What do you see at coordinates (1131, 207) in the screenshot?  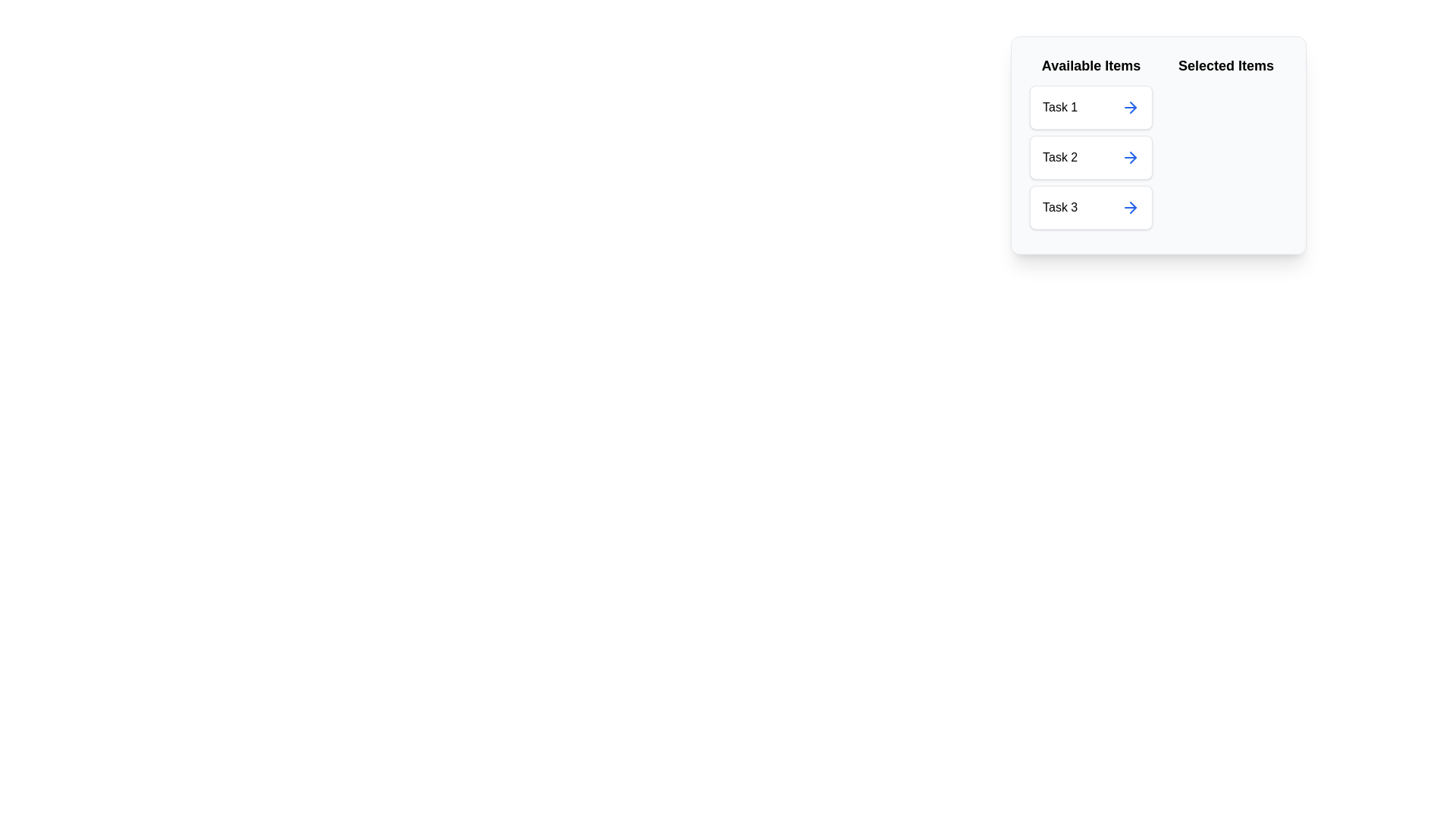 I see `the blue arrow icon button located at the far right side of the 'Task 3' row in the 'Available Items' section` at bounding box center [1131, 207].